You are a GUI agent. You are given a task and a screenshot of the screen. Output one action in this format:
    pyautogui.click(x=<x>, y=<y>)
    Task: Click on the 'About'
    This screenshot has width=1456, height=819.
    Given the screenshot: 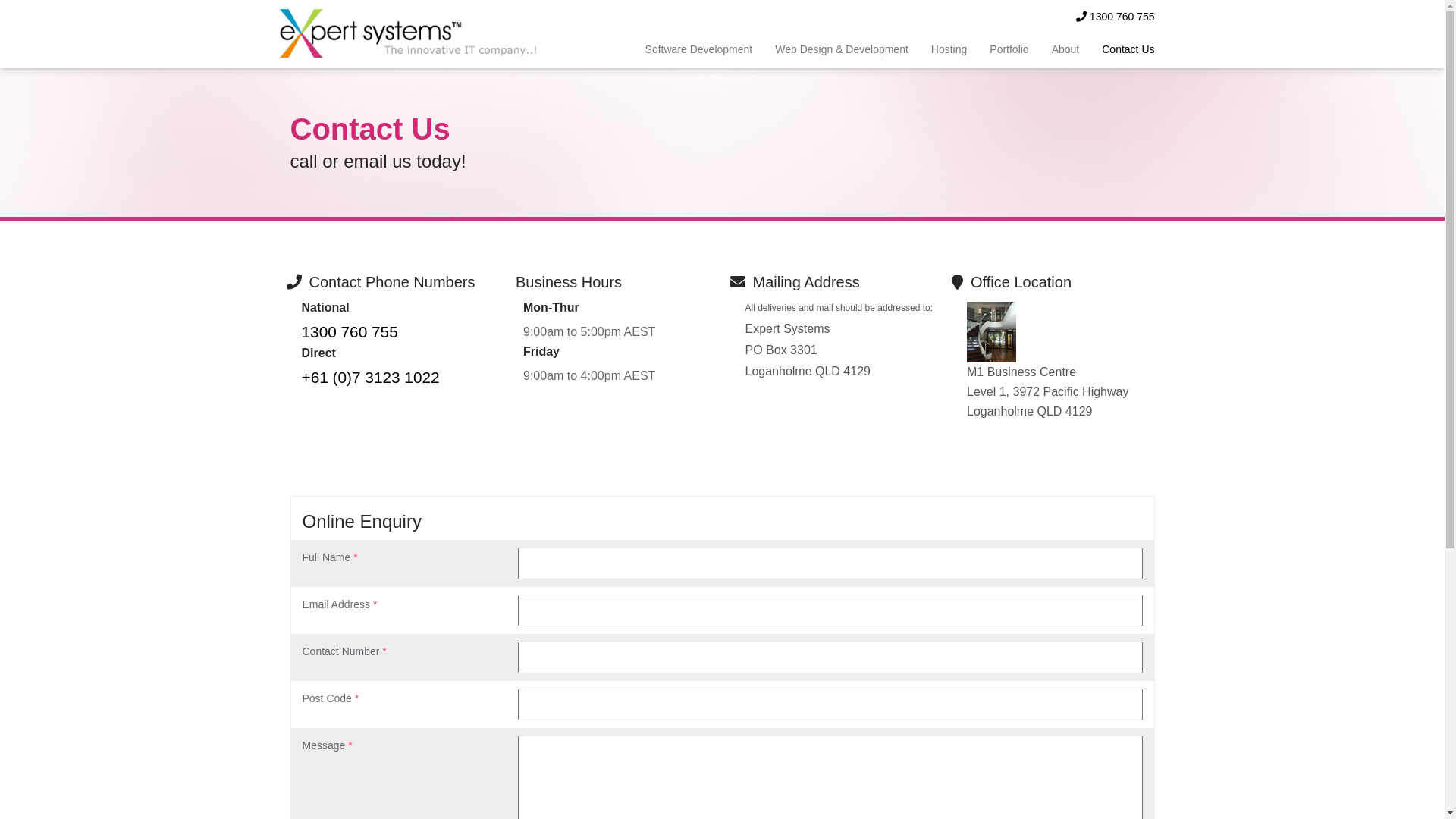 What is the action you would take?
    pyautogui.click(x=1065, y=49)
    